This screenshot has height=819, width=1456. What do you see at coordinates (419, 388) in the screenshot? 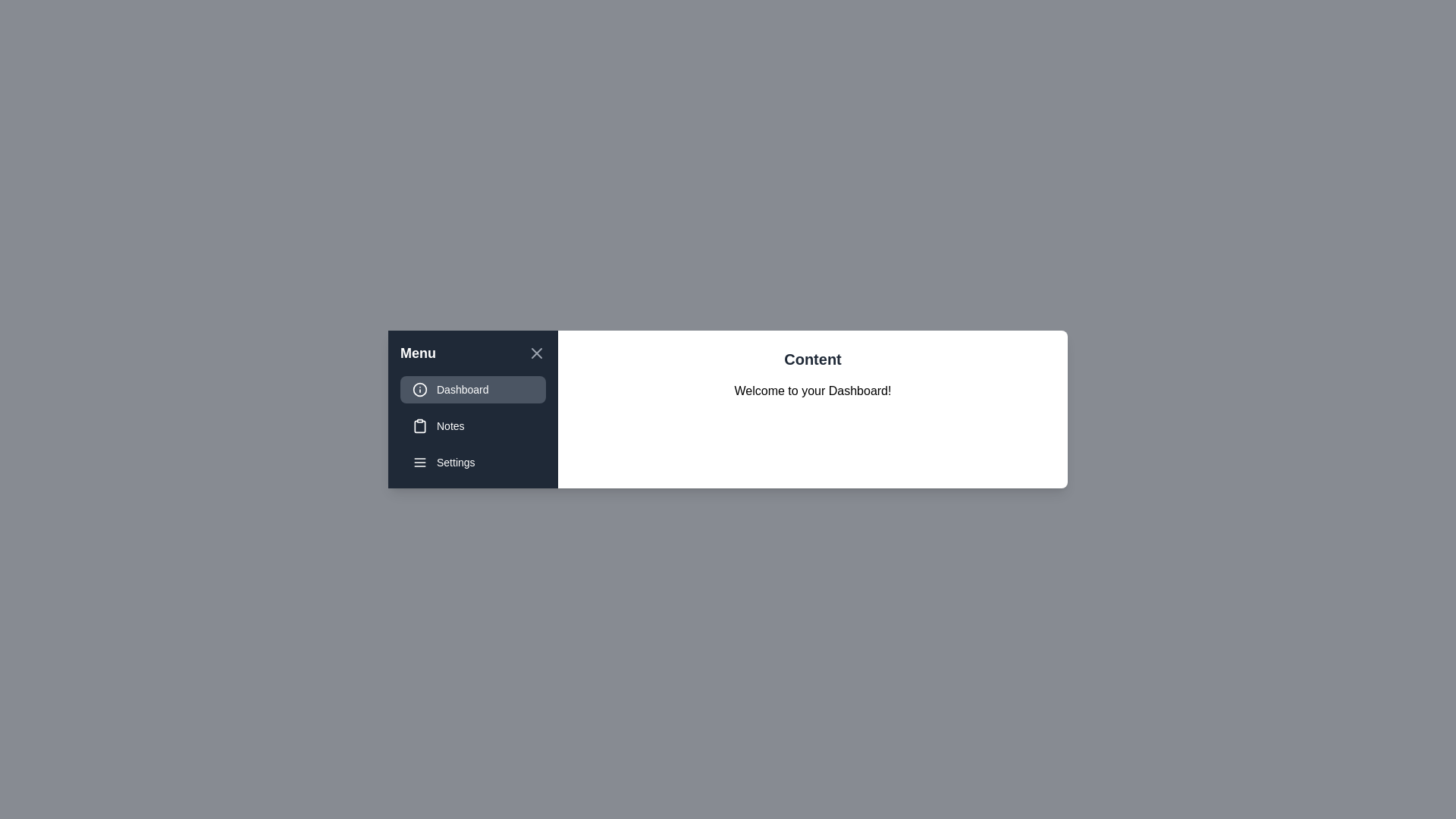
I see `the presence of the information icon, which is a small rounded icon resembling an information symbol located in the menu section of the 'Dashboard'` at bounding box center [419, 388].